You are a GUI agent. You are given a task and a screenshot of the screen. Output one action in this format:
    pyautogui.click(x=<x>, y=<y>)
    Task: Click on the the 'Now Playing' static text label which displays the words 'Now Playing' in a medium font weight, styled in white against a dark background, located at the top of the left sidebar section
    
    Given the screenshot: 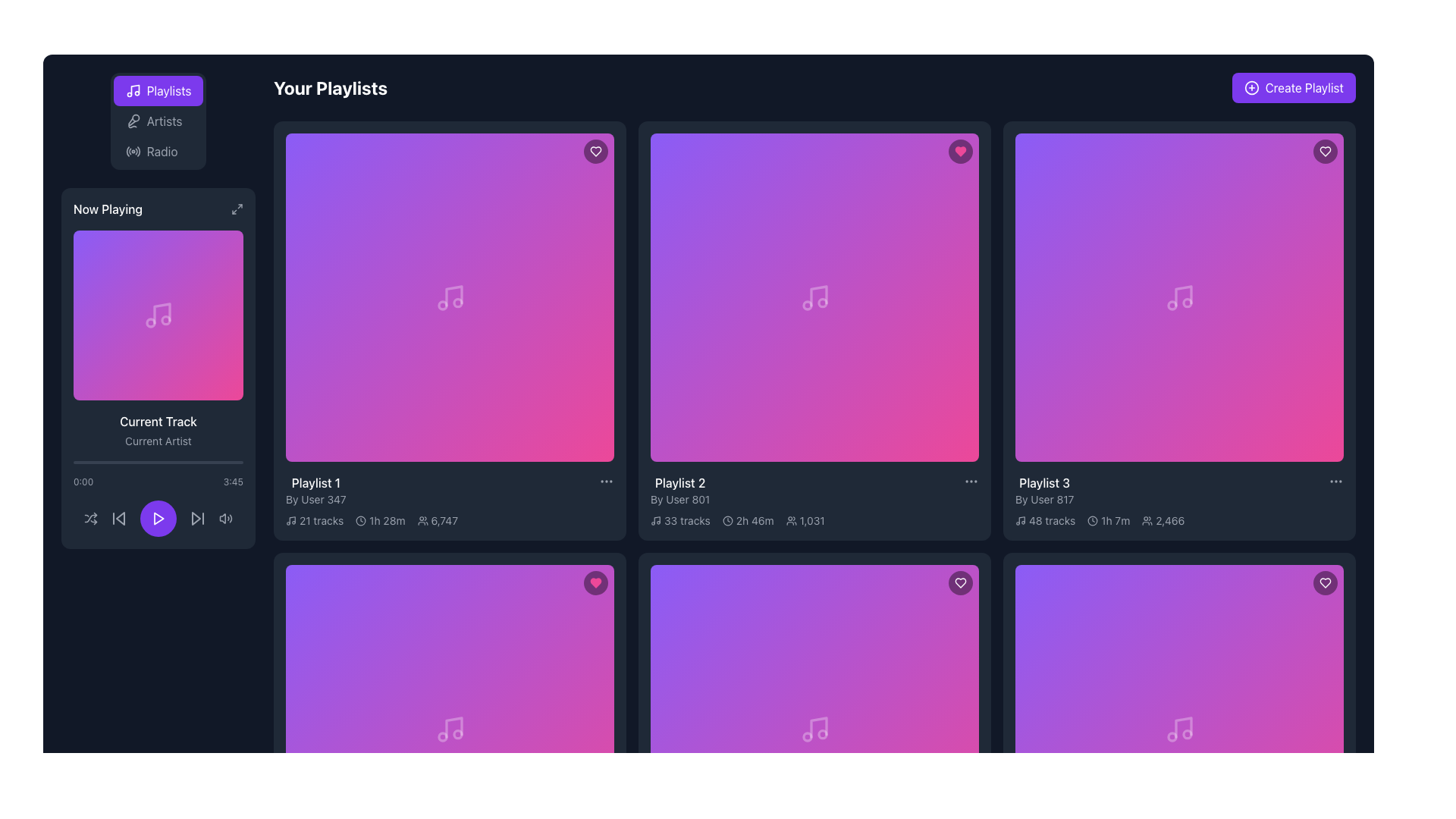 What is the action you would take?
    pyautogui.click(x=107, y=209)
    